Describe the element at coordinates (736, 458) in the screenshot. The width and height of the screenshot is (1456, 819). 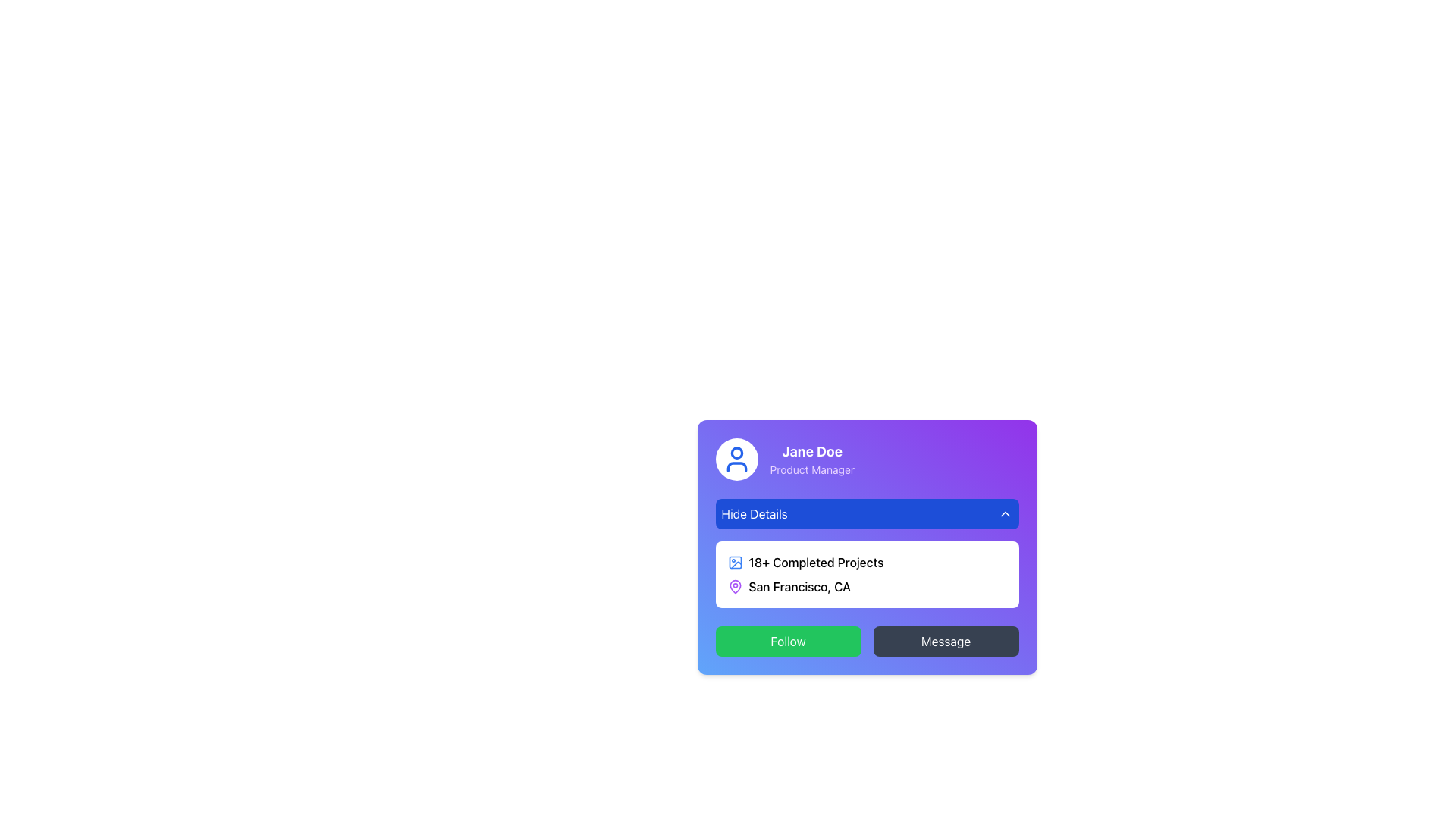
I see `the user icon, which is a simple and modern design in blue and white, located at the top-left corner of the card interface` at that location.